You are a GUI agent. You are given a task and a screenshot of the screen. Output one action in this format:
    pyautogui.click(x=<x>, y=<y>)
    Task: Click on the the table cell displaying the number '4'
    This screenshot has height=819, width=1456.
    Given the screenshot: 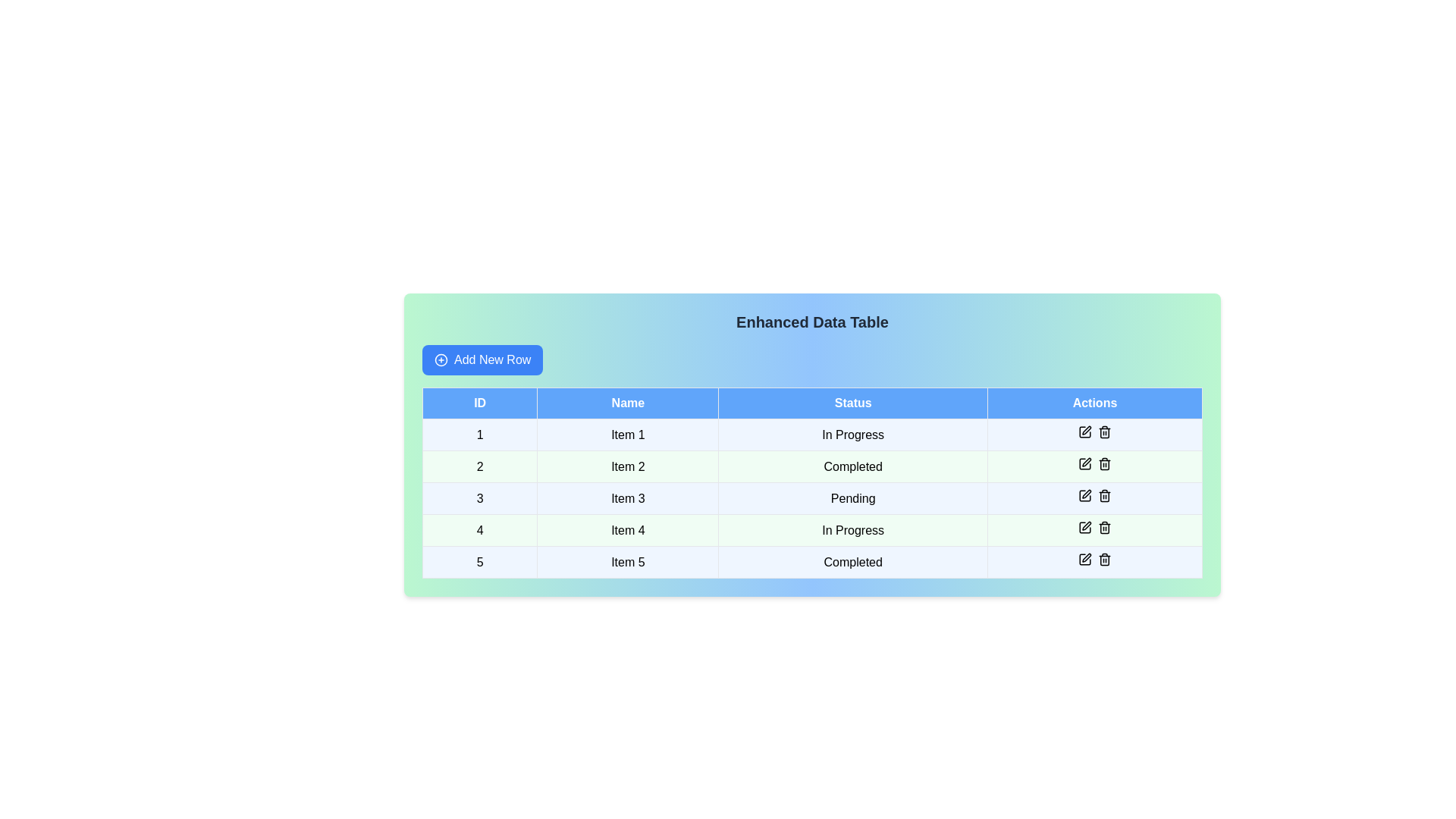 What is the action you would take?
    pyautogui.click(x=479, y=529)
    